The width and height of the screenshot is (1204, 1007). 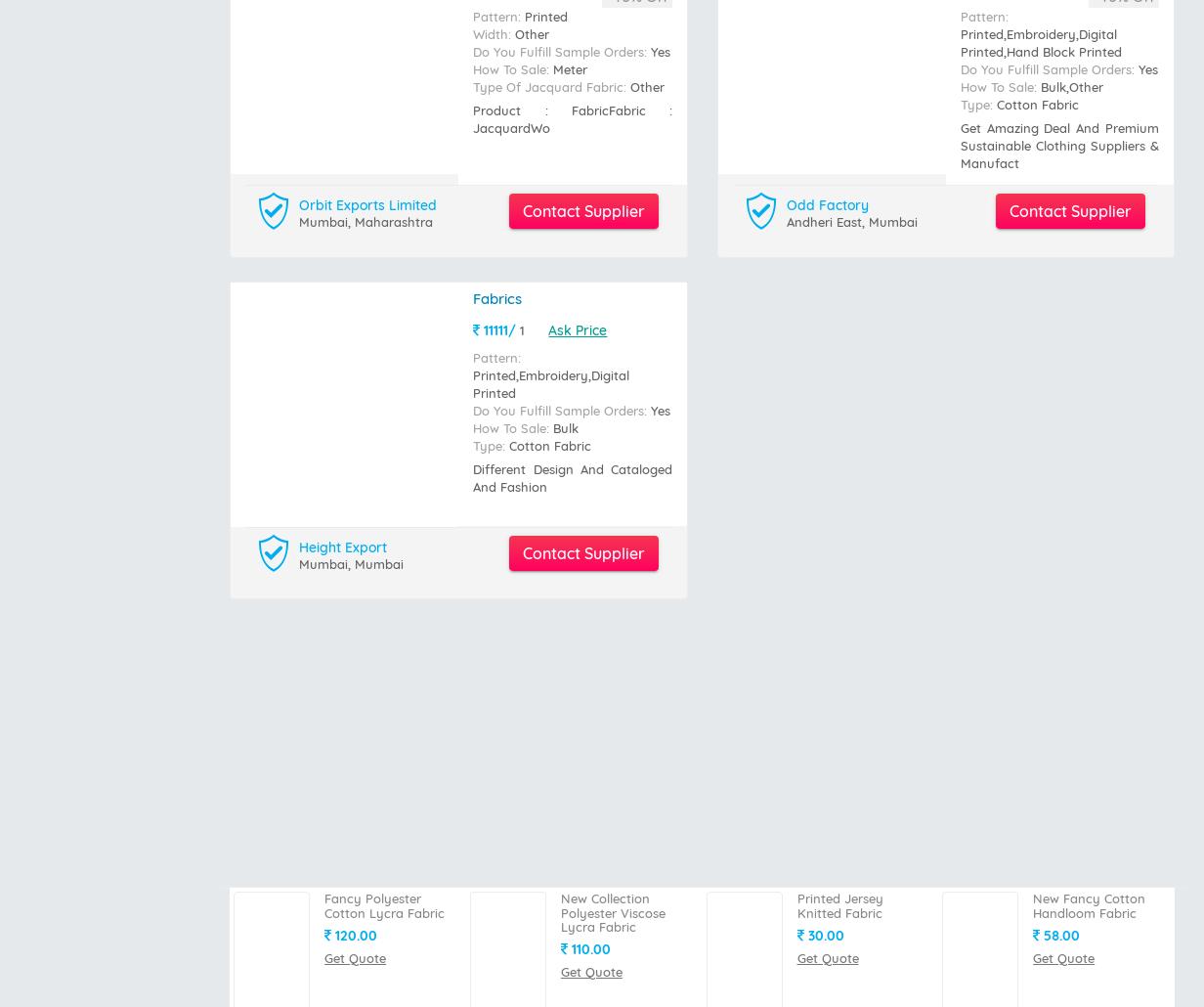 What do you see at coordinates (663, 854) in the screenshot?
I see `'No. 13, Panchan Rattan Complex, Ludhiana, Punjab, India'` at bounding box center [663, 854].